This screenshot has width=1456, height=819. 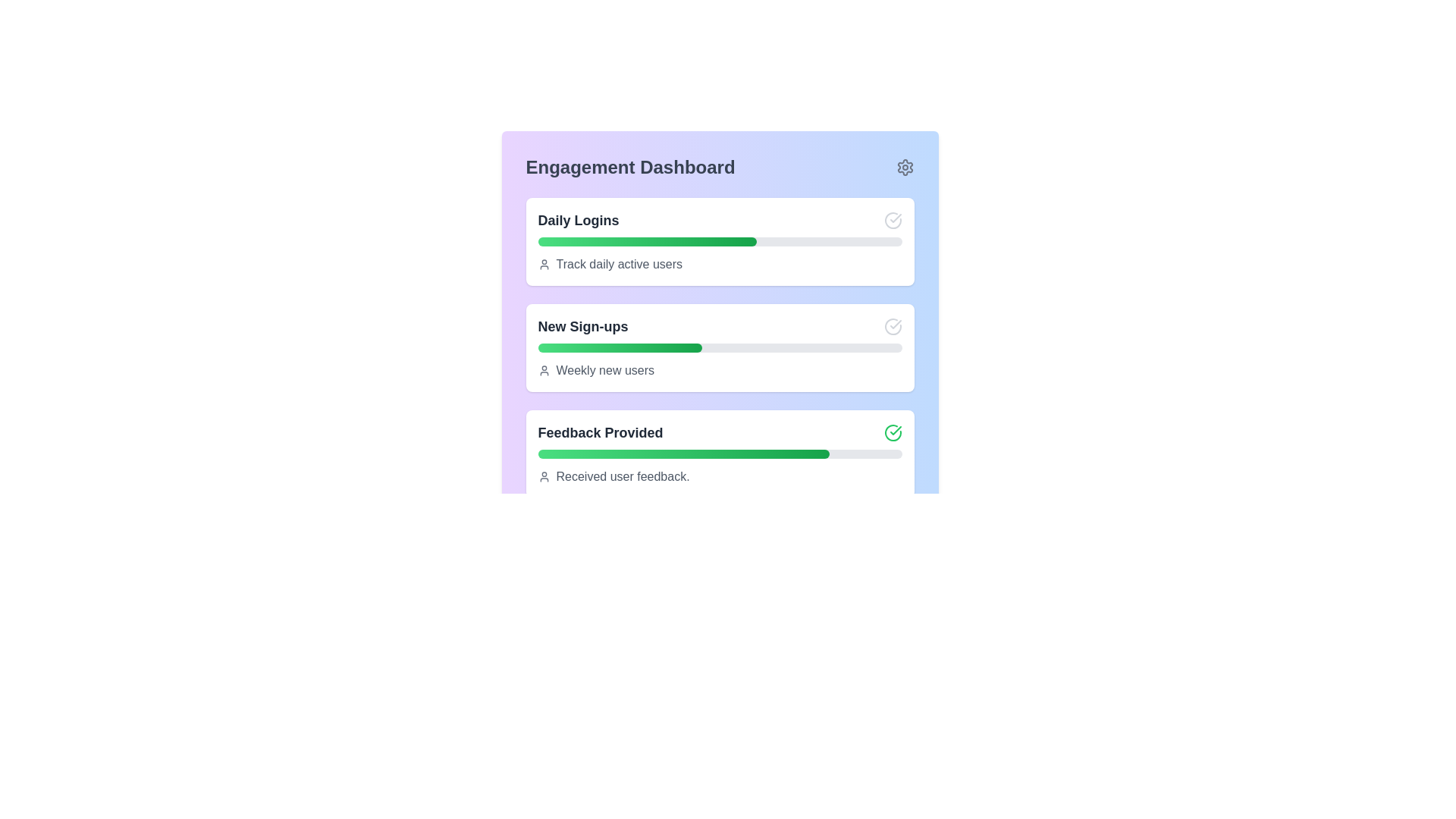 What do you see at coordinates (895, 430) in the screenshot?
I see `the status of the success indicator icon located in the 'Feedback Provided' section, which symbolizes a positive status` at bounding box center [895, 430].